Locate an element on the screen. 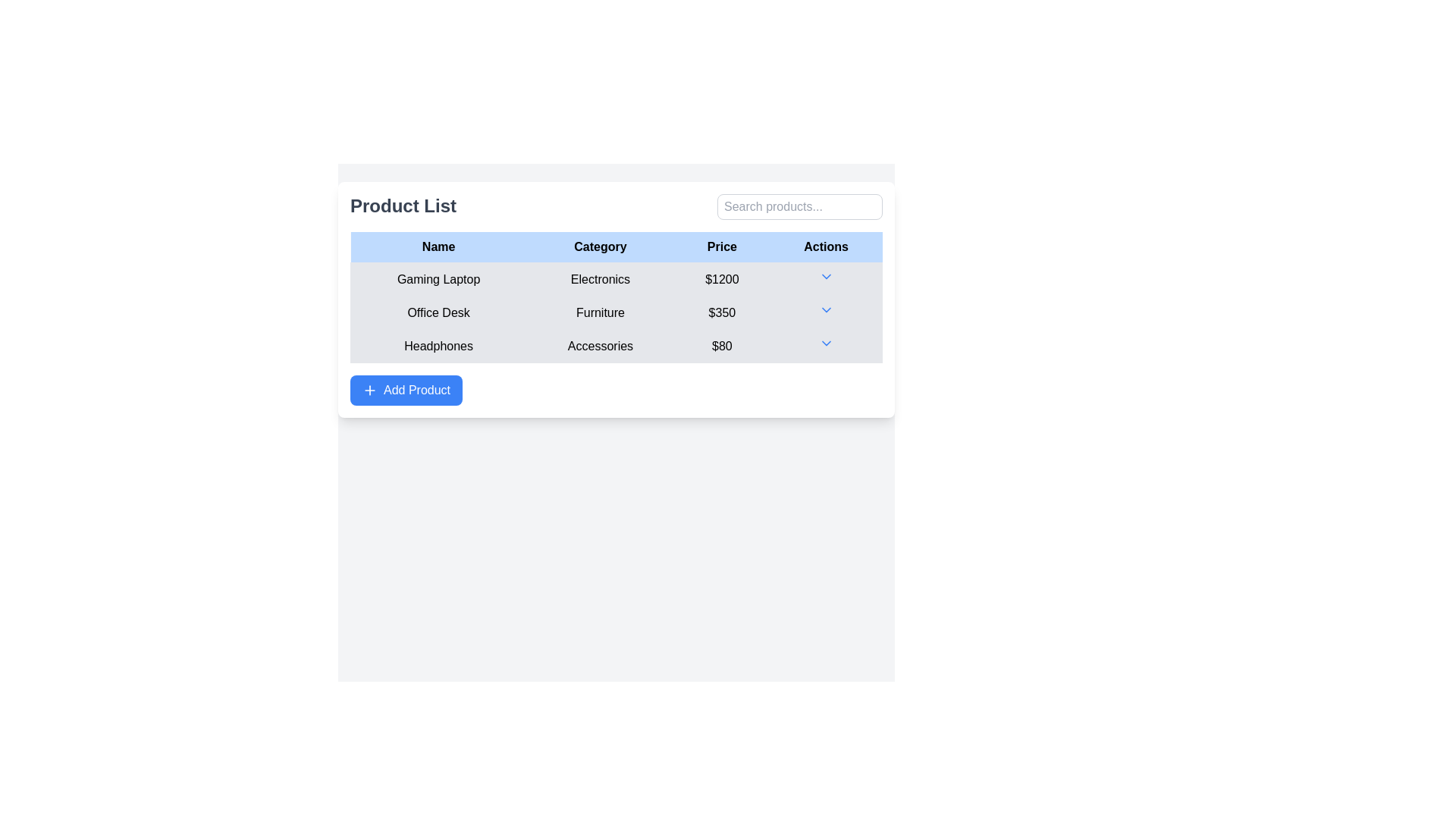 This screenshot has width=1456, height=819. text label displaying 'Electronics' located in the second cell of the 'Category' column for the 'Gaming Laptop' row within the 'Product List' table is located at coordinates (600, 279).